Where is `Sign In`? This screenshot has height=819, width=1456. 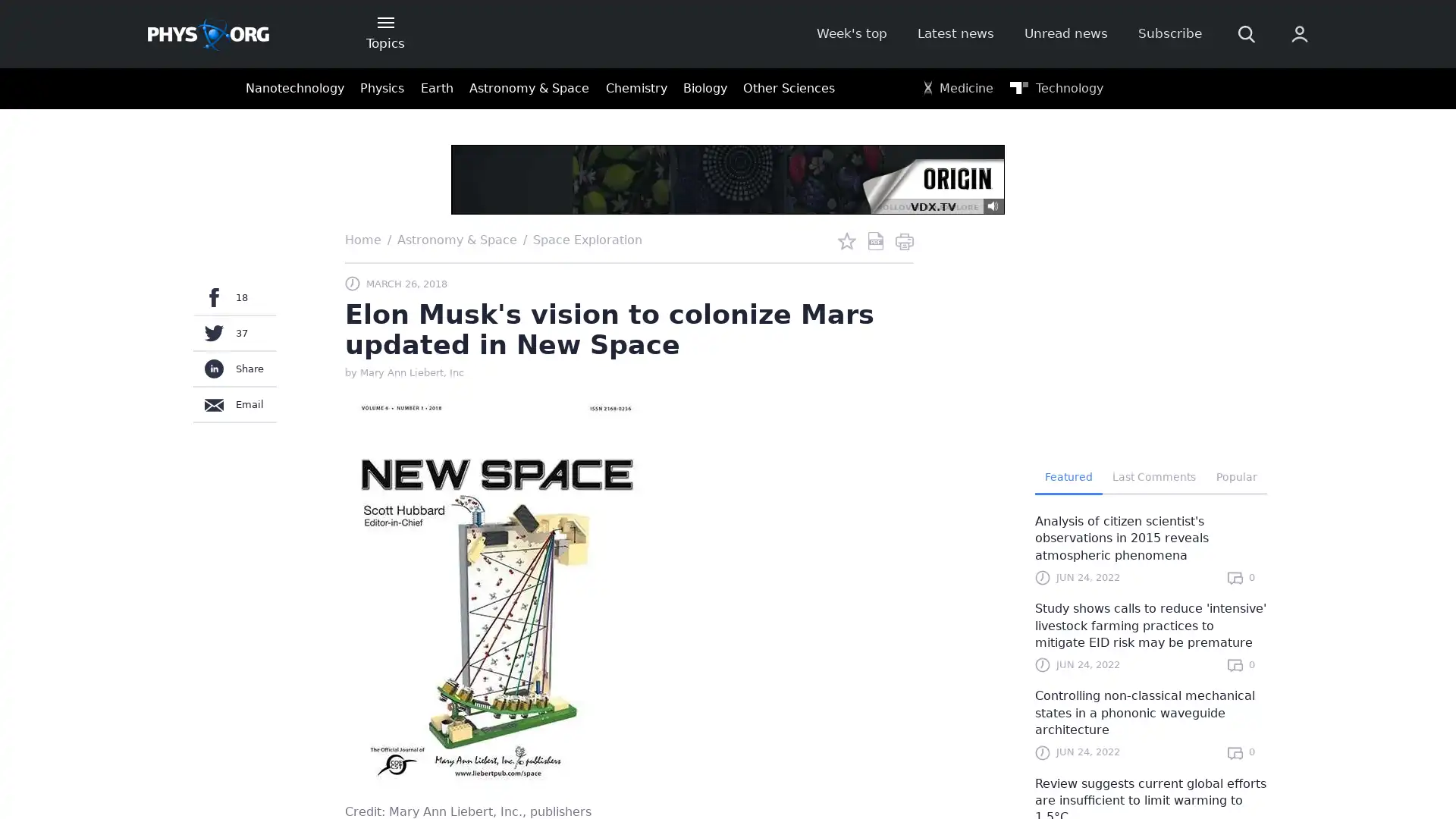 Sign In is located at coordinates (1112, 256).